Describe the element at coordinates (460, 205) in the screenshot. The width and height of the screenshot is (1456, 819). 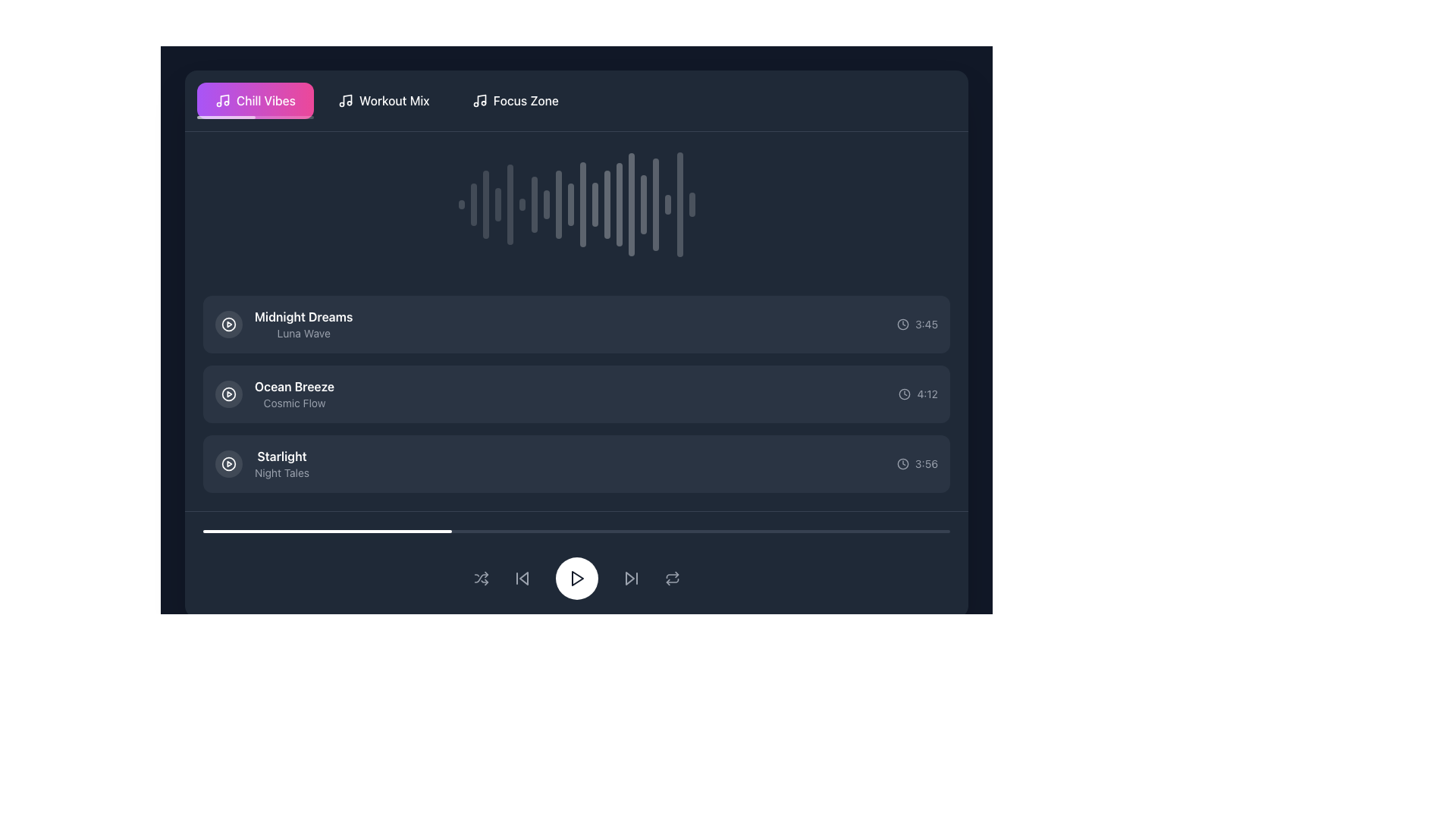
I see `the first vertical bar in the sound wave visualization, which represents audio levels or frequencies` at that location.